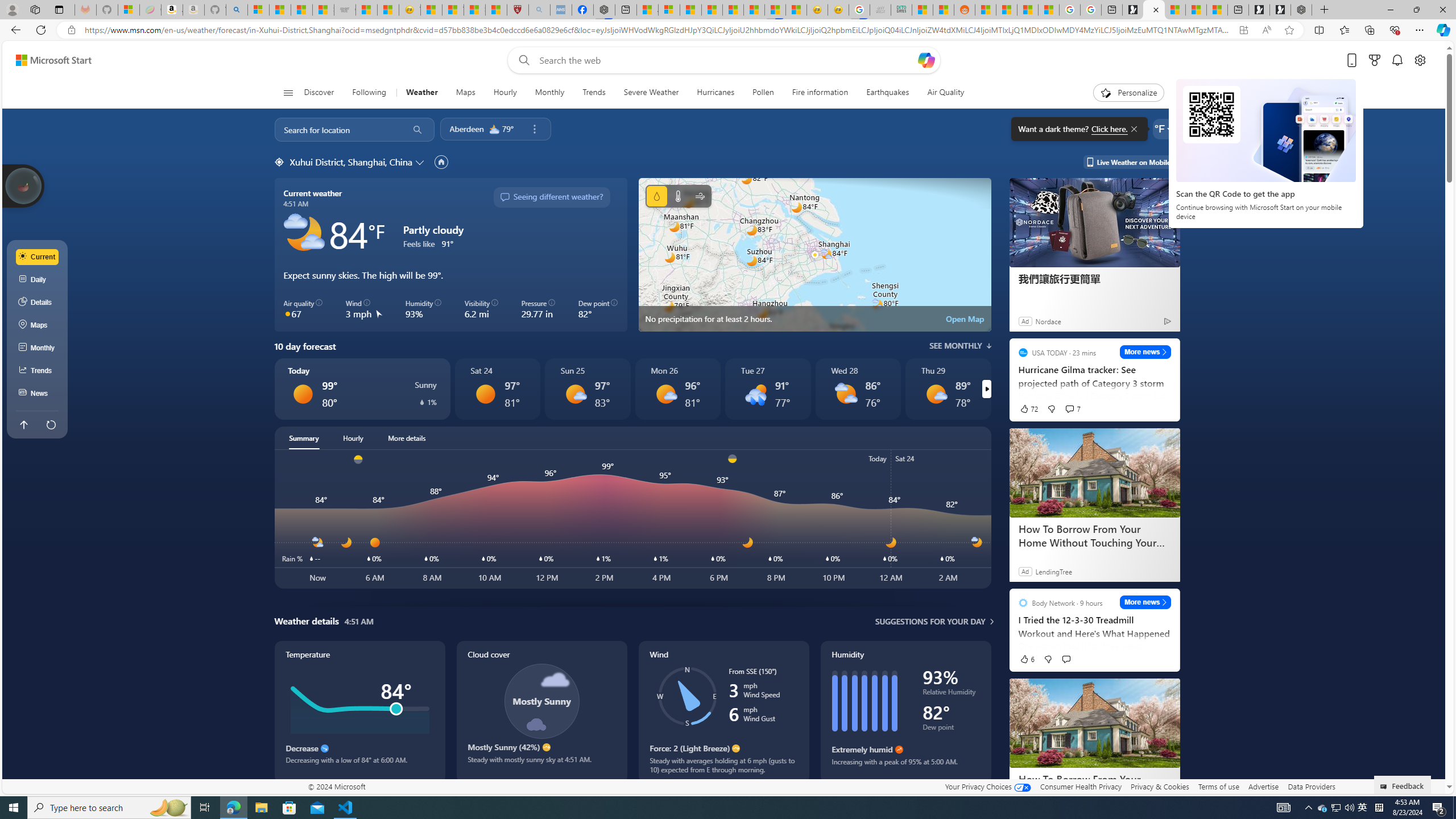  Describe the element at coordinates (37, 348) in the screenshot. I see `'Monthly'` at that location.